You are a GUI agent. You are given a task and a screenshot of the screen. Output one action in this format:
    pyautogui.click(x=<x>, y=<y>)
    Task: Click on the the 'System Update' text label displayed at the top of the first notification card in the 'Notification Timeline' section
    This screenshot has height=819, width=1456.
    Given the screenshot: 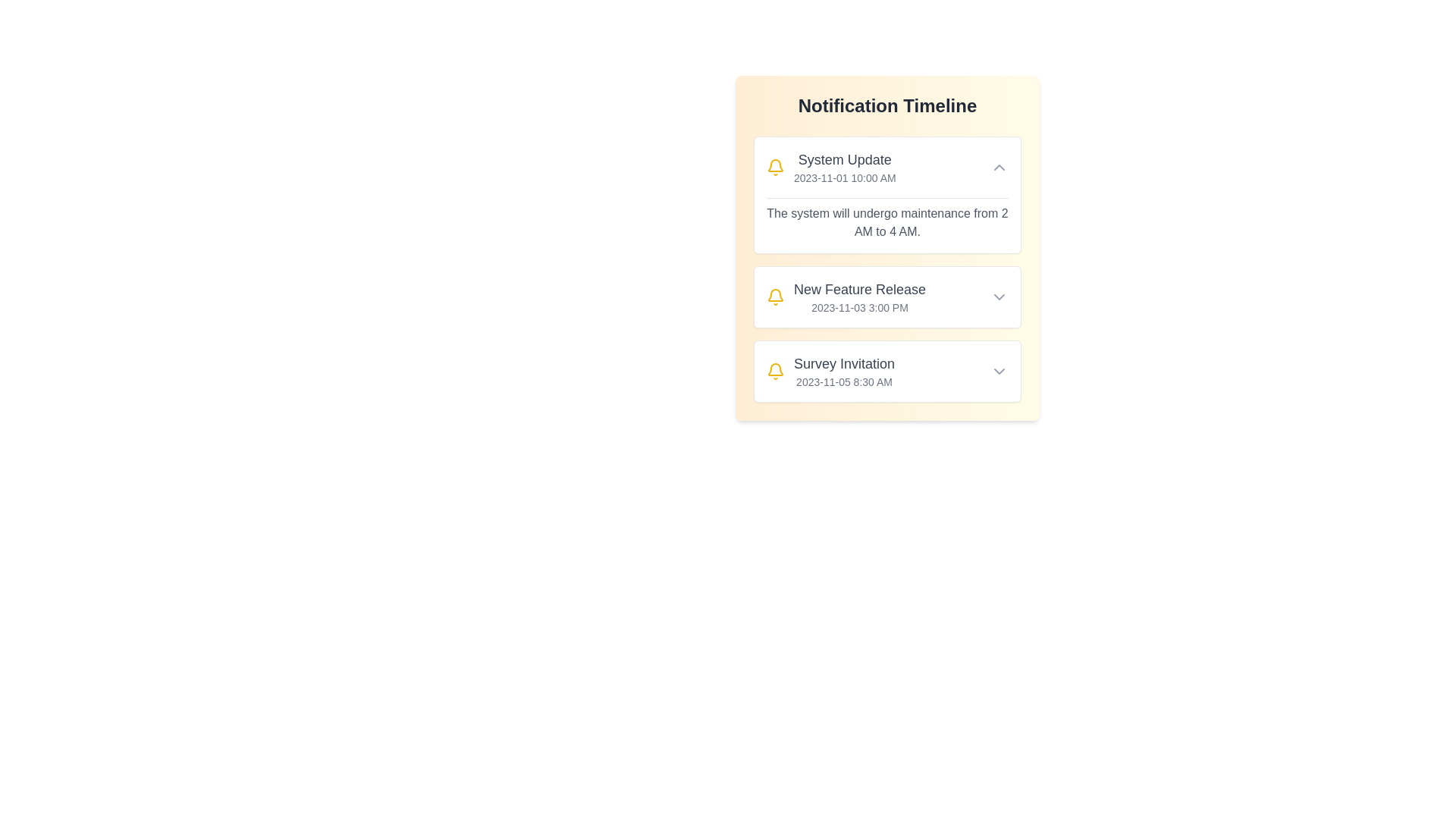 What is the action you would take?
    pyautogui.click(x=844, y=160)
    